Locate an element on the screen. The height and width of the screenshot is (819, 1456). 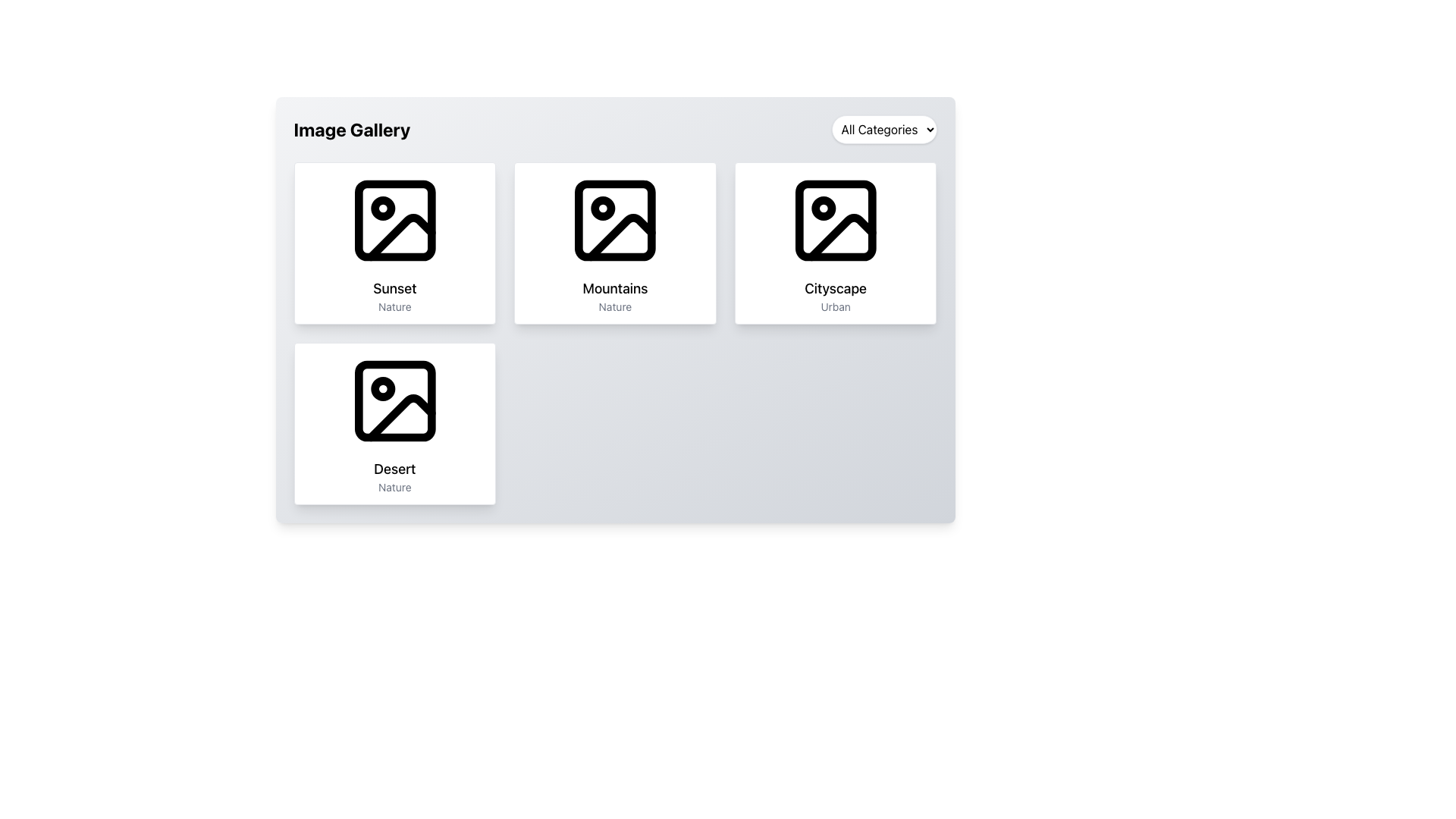
the image placeholder icon located in the upper section of the 'Cityscape' card with the subtitle 'Urban' in the top-right corner of the 'Image Gallery' grid is located at coordinates (835, 220).